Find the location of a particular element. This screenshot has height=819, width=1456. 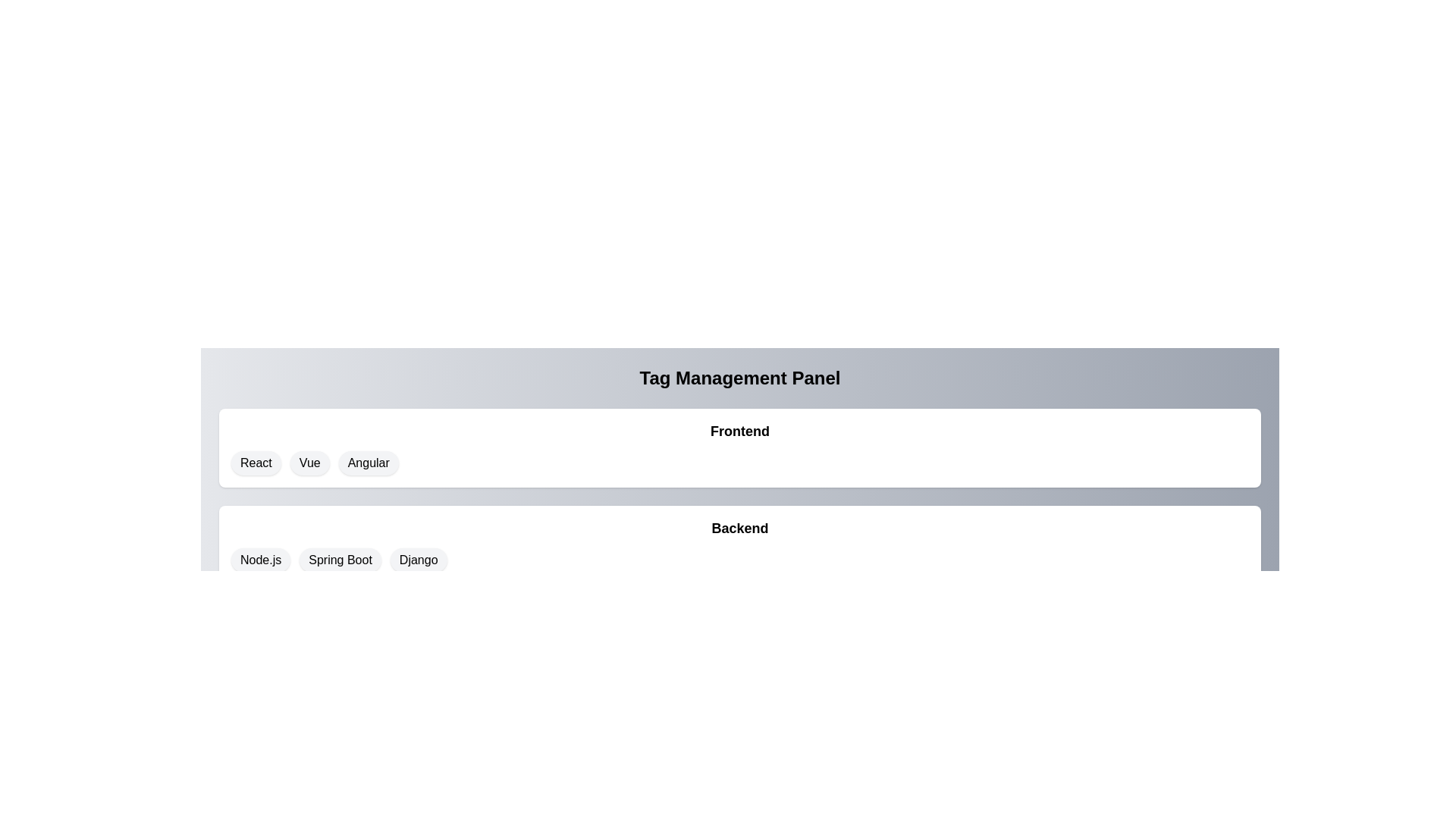

the 'Backend' heading, which is displayed in bold and larger font, to read the text is located at coordinates (739, 528).